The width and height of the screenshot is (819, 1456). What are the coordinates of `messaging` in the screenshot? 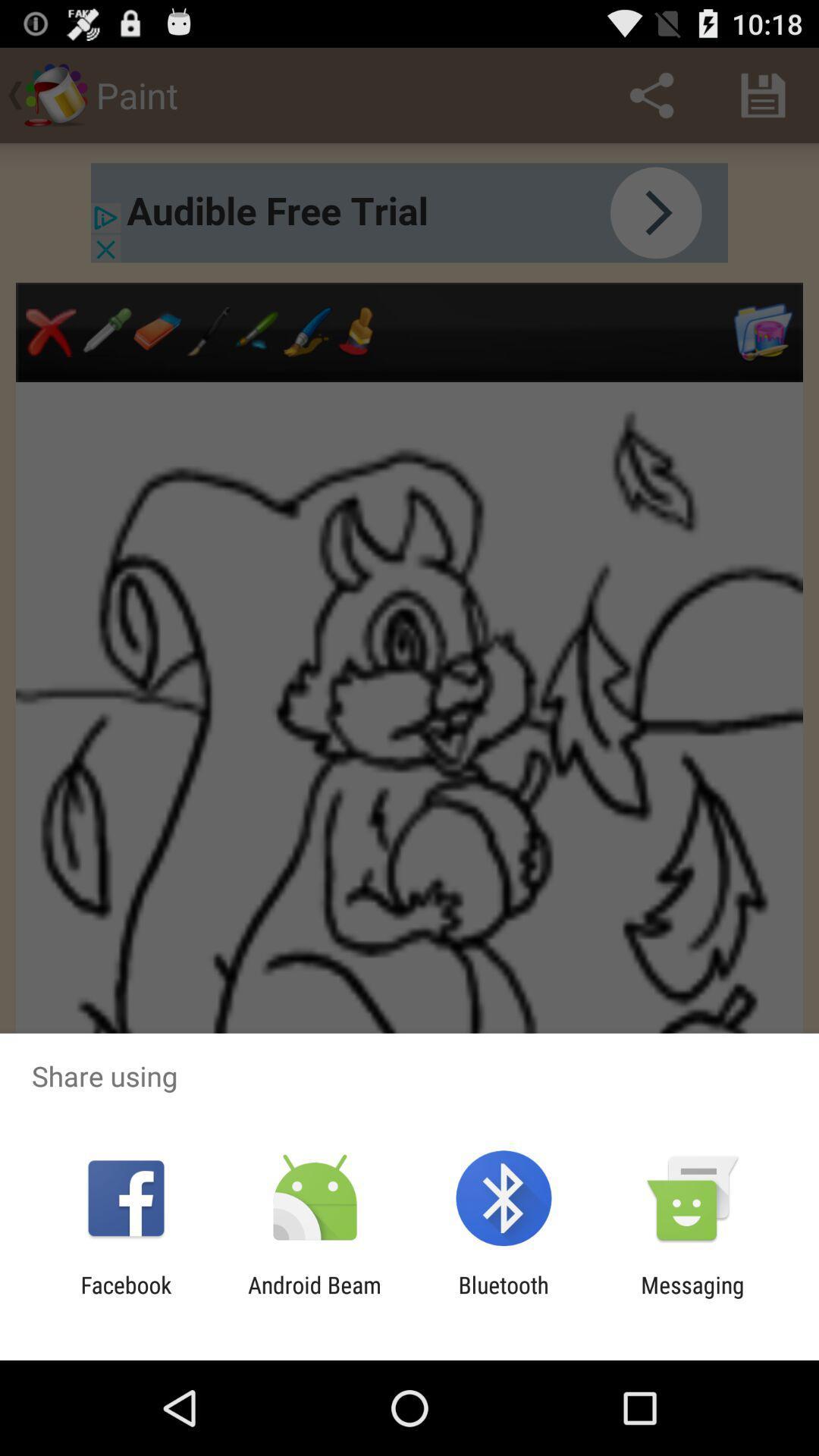 It's located at (692, 1298).